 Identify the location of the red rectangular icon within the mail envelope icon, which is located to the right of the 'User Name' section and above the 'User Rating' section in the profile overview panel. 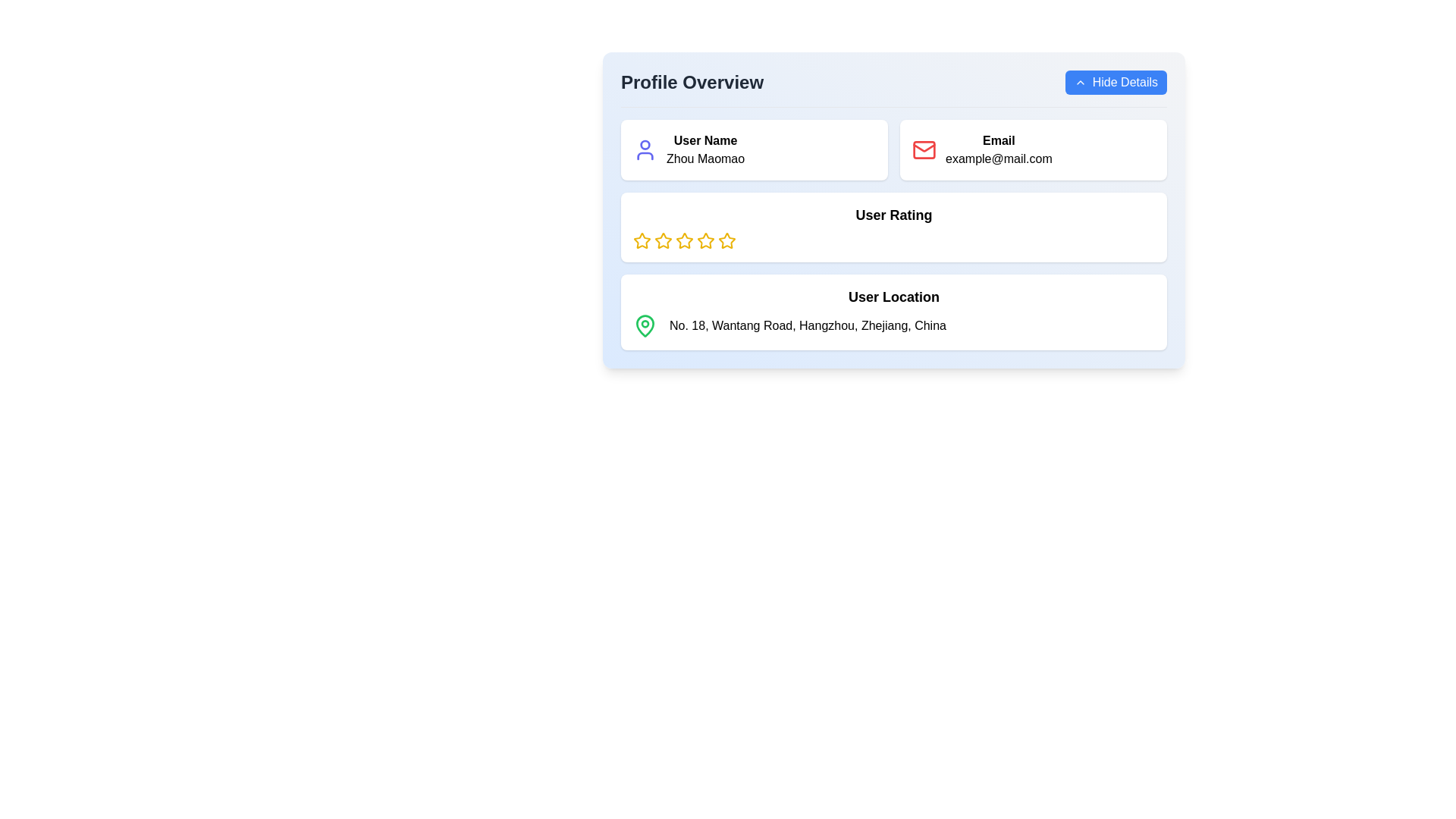
(924, 149).